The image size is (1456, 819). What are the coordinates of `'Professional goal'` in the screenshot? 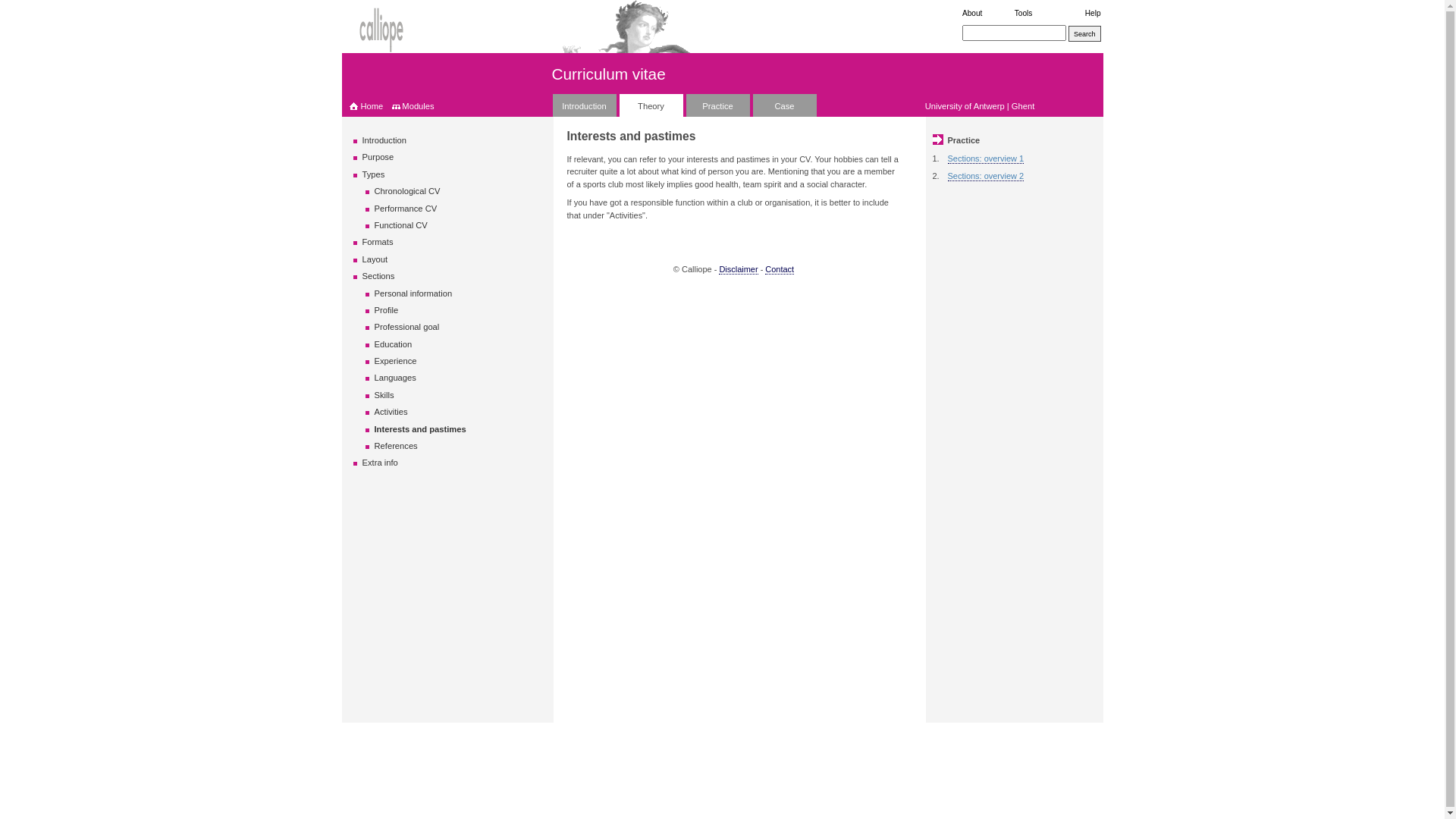 It's located at (375, 326).